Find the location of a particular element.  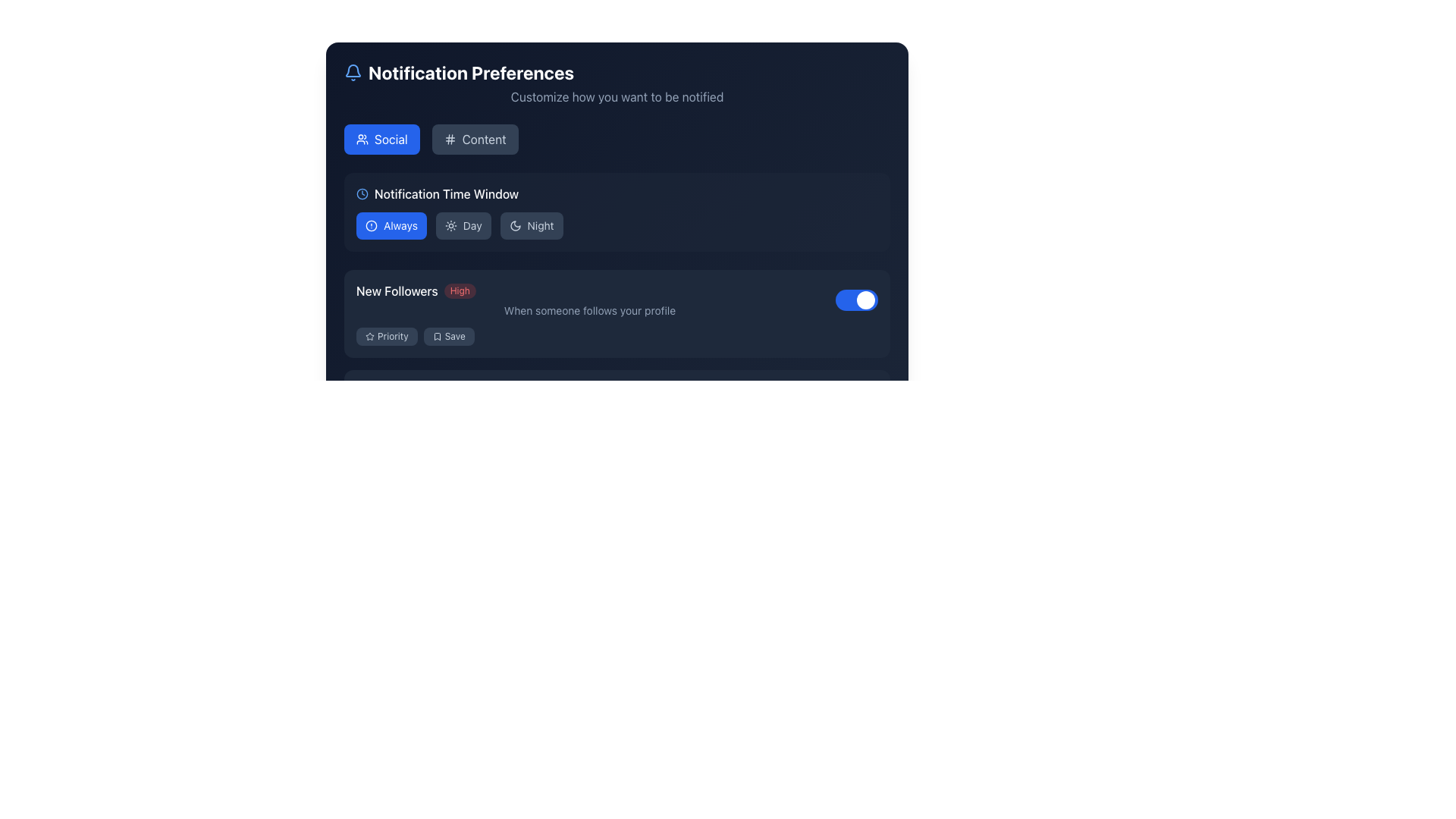

the sun icon located to the left of the 'Day' text in the 'Notification Time Window' section is located at coordinates (450, 225).